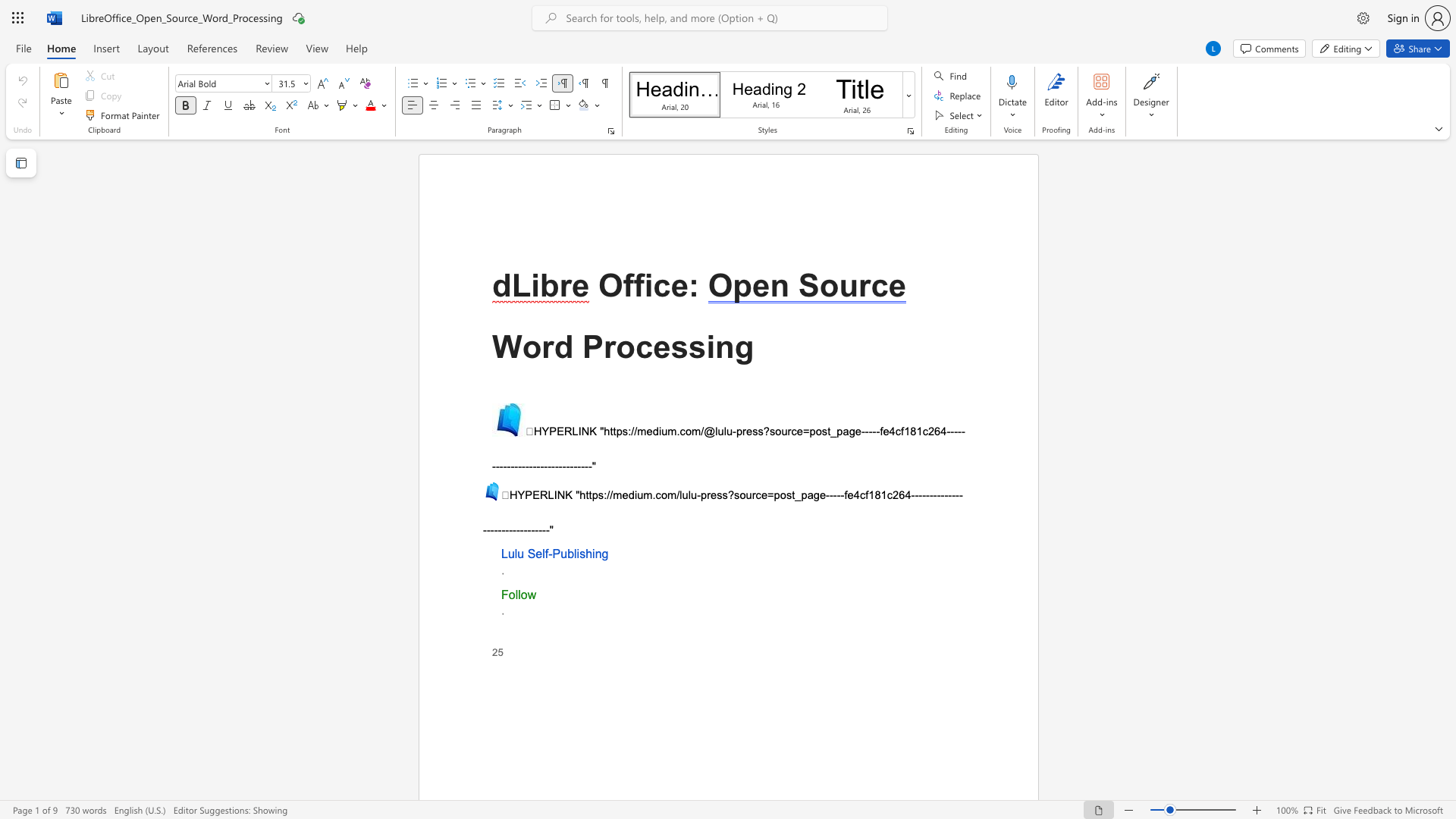  What do you see at coordinates (539, 347) in the screenshot?
I see `the space between the continuous character "o" and "r" in the text` at bounding box center [539, 347].